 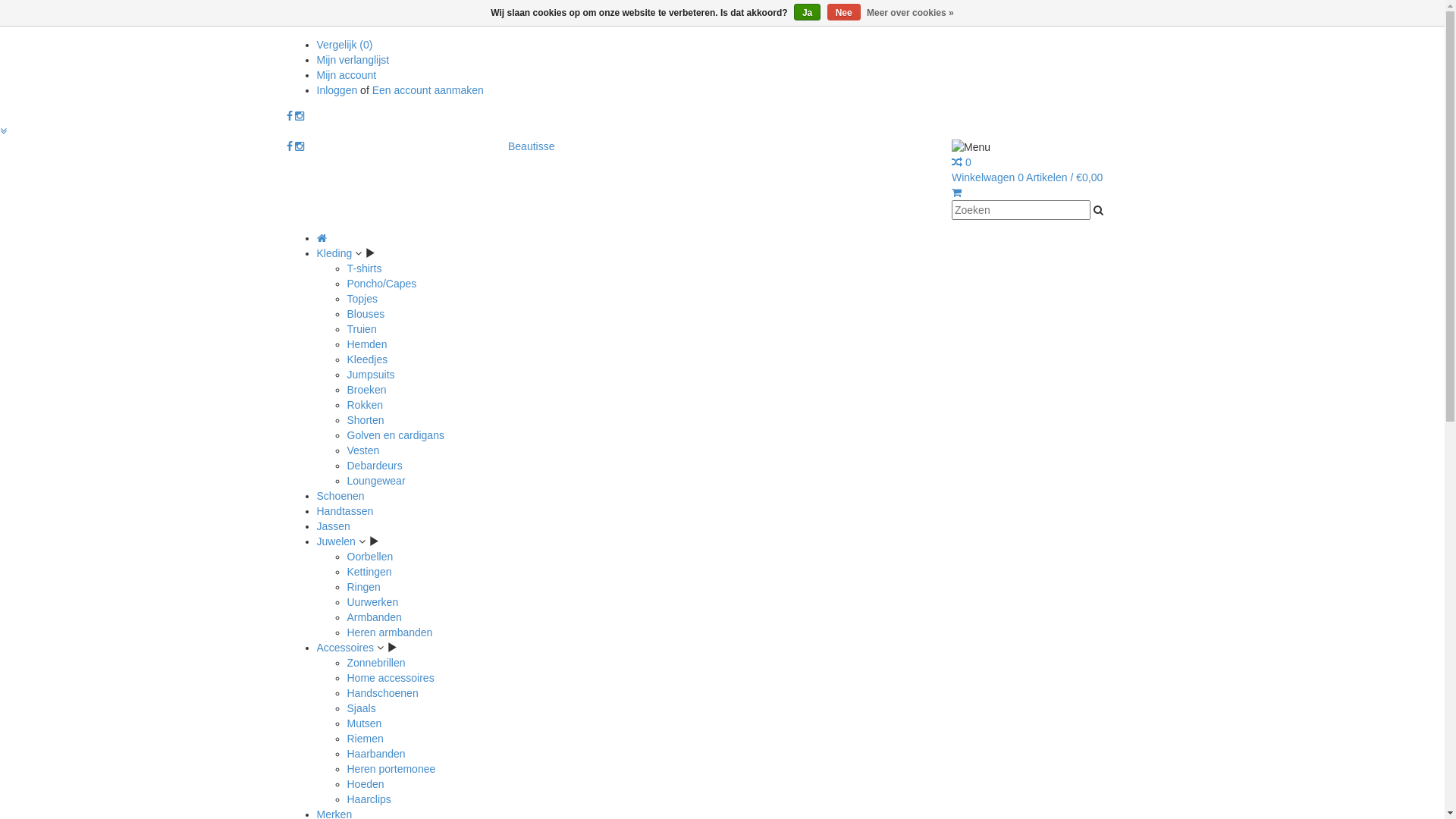 I want to click on 'Handtassen', so click(x=344, y=511).